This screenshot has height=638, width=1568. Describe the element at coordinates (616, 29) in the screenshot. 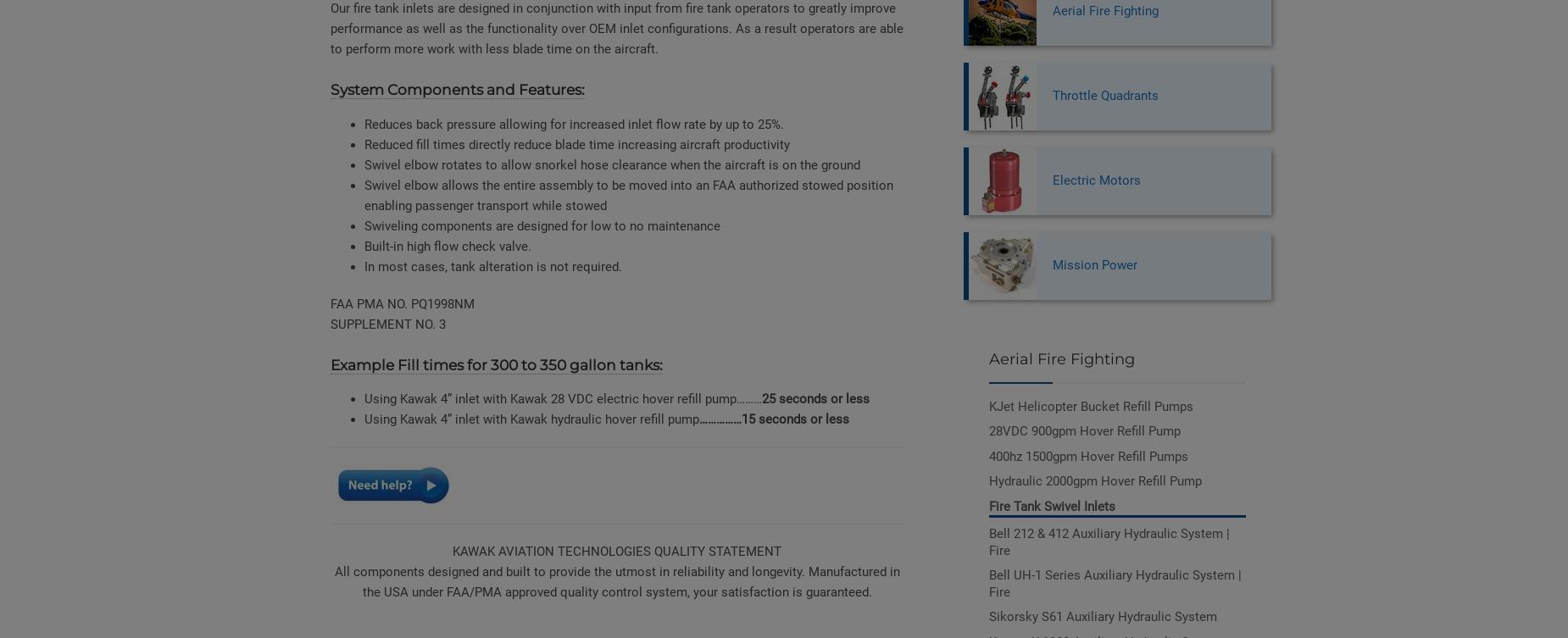

I see `'Our fire tank inlets are designed in conjunction with input from fire tank operators to greatly improve performance as well as the functionality over OEM inlet configurations. As a result operators are able to perform more work with less blade time on the aircraft.'` at that location.